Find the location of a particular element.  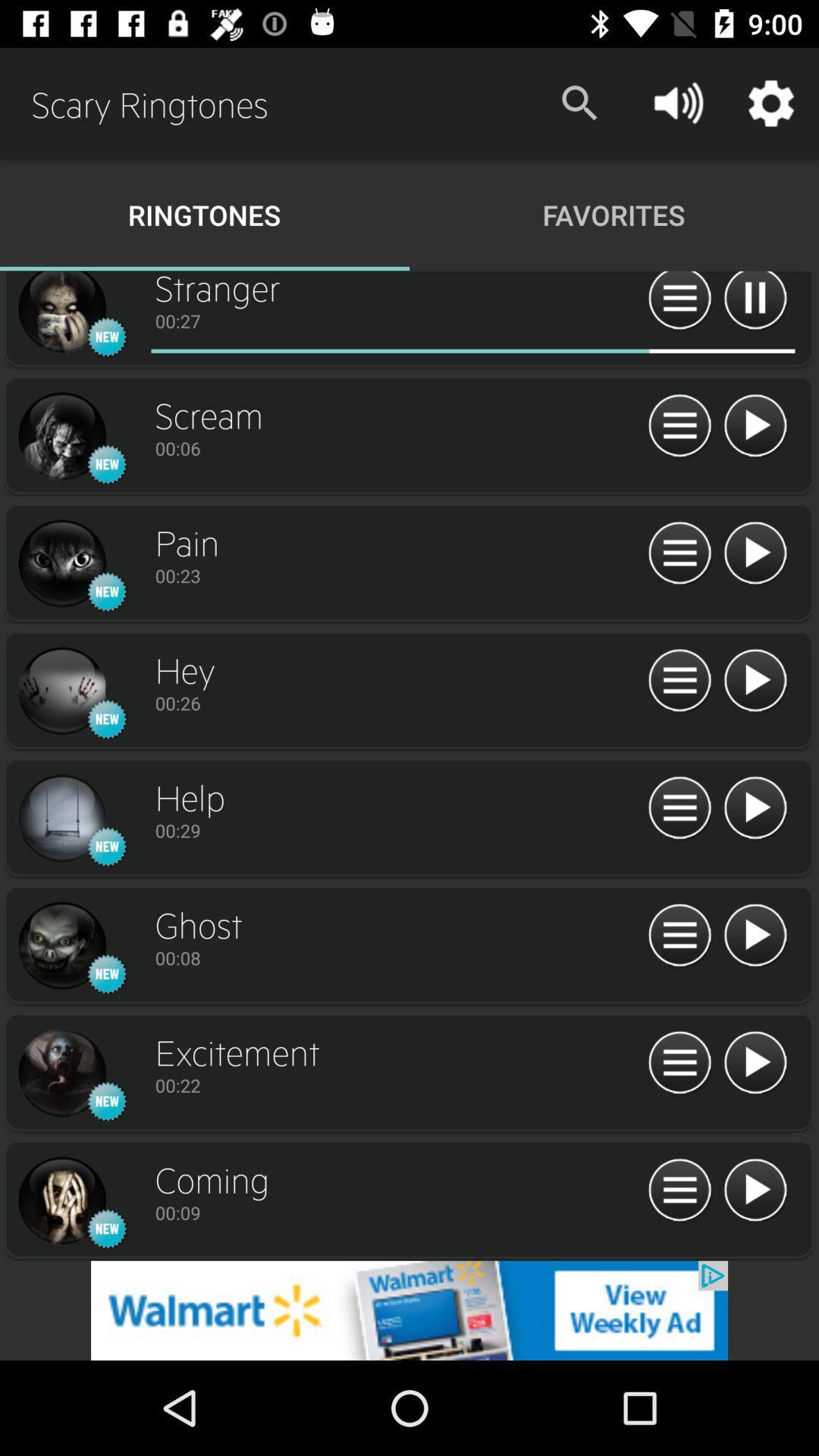

ringtone is located at coordinates (755, 680).